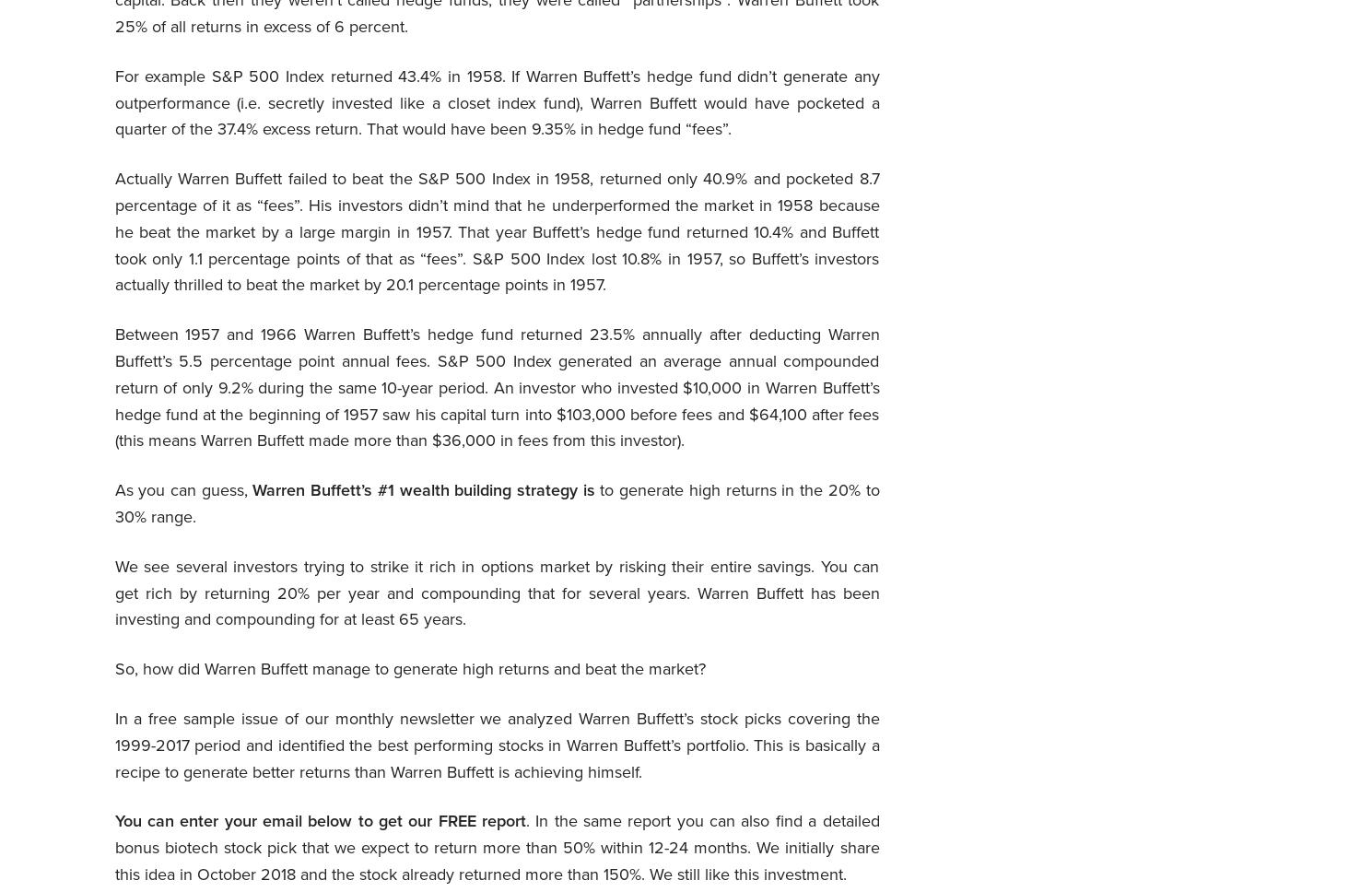 The width and height of the screenshot is (1372, 892). I want to click on 'You can enter your email below to get our FREE report', so click(319, 821).